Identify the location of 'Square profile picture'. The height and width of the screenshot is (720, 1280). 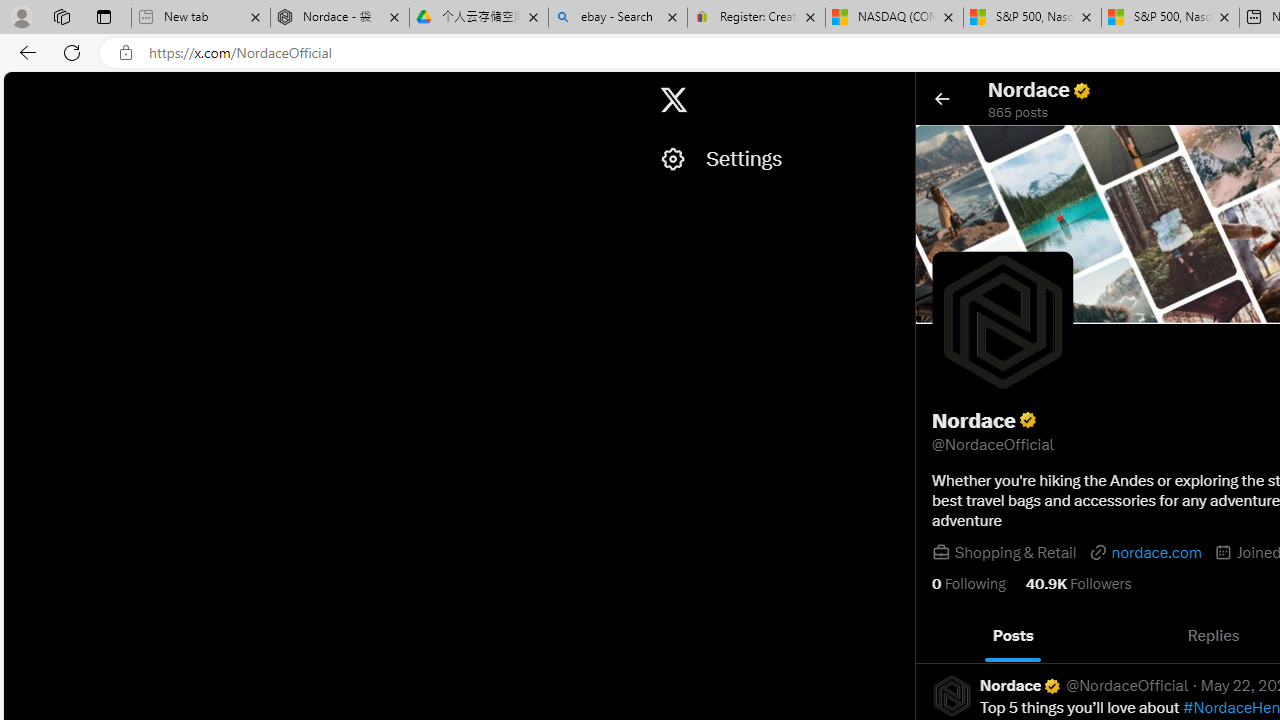
(950, 694).